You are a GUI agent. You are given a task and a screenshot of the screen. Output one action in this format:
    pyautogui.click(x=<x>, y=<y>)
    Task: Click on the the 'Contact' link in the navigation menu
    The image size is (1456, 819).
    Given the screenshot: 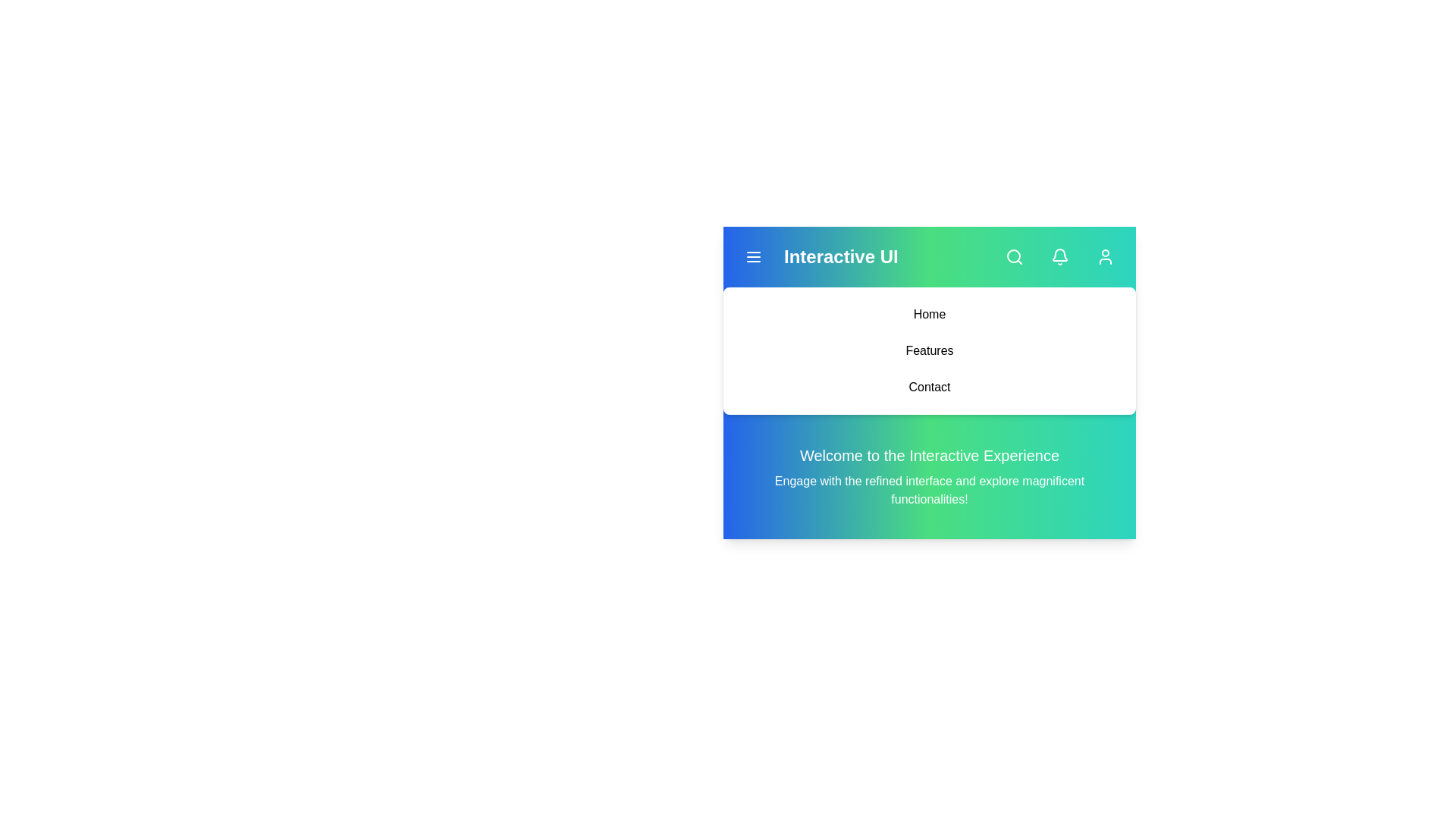 What is the action you would take?
    pyautogui.click(x=928, y=386)
    